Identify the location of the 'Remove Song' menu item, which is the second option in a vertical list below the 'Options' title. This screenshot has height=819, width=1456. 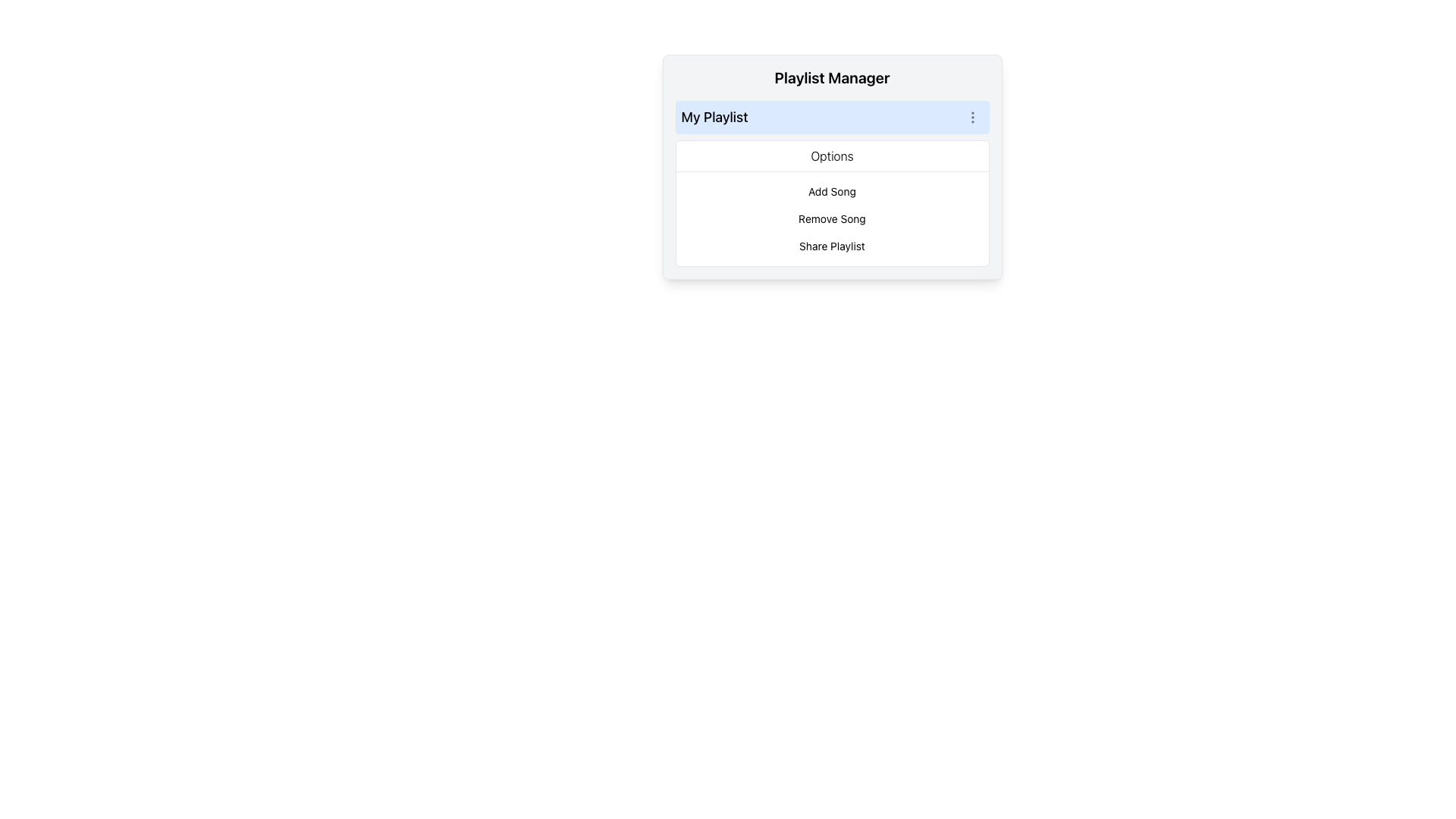
(831, 219).